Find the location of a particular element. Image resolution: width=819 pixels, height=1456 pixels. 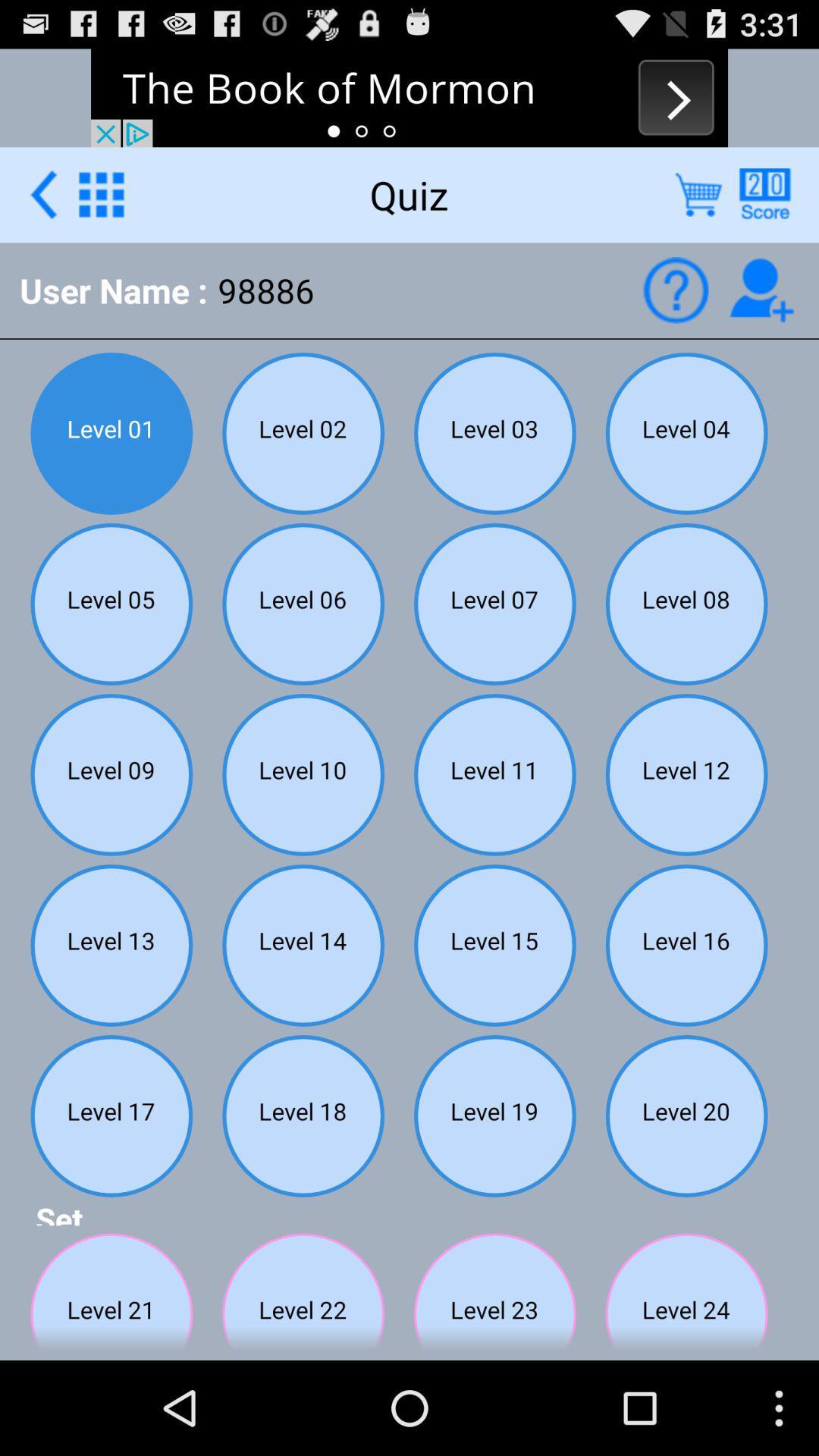

previous is located at coordinates (42, 193).